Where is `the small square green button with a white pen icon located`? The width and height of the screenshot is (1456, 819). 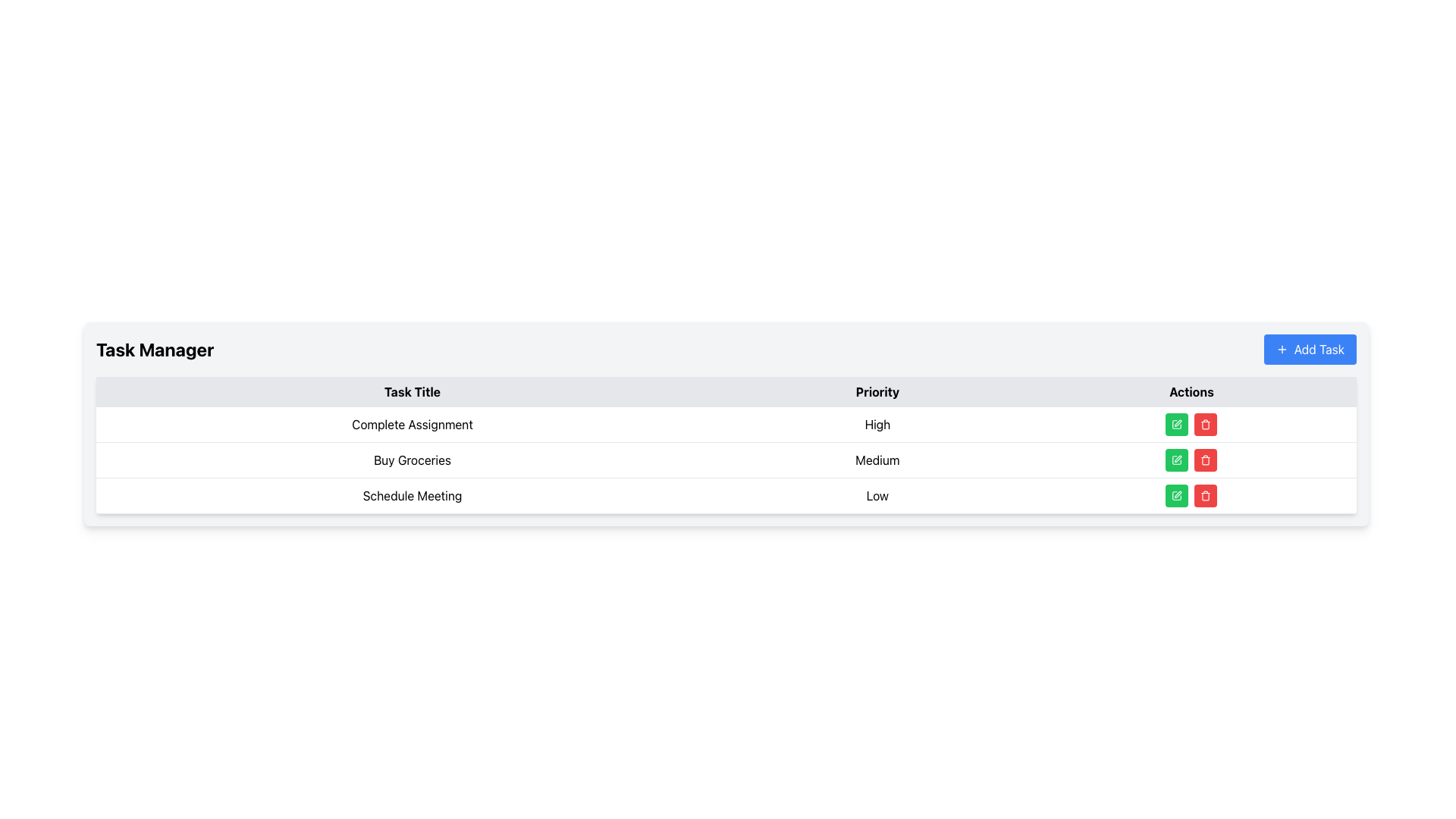 the small square green button with a white pen icon located is located at coordinates (1176, 459).